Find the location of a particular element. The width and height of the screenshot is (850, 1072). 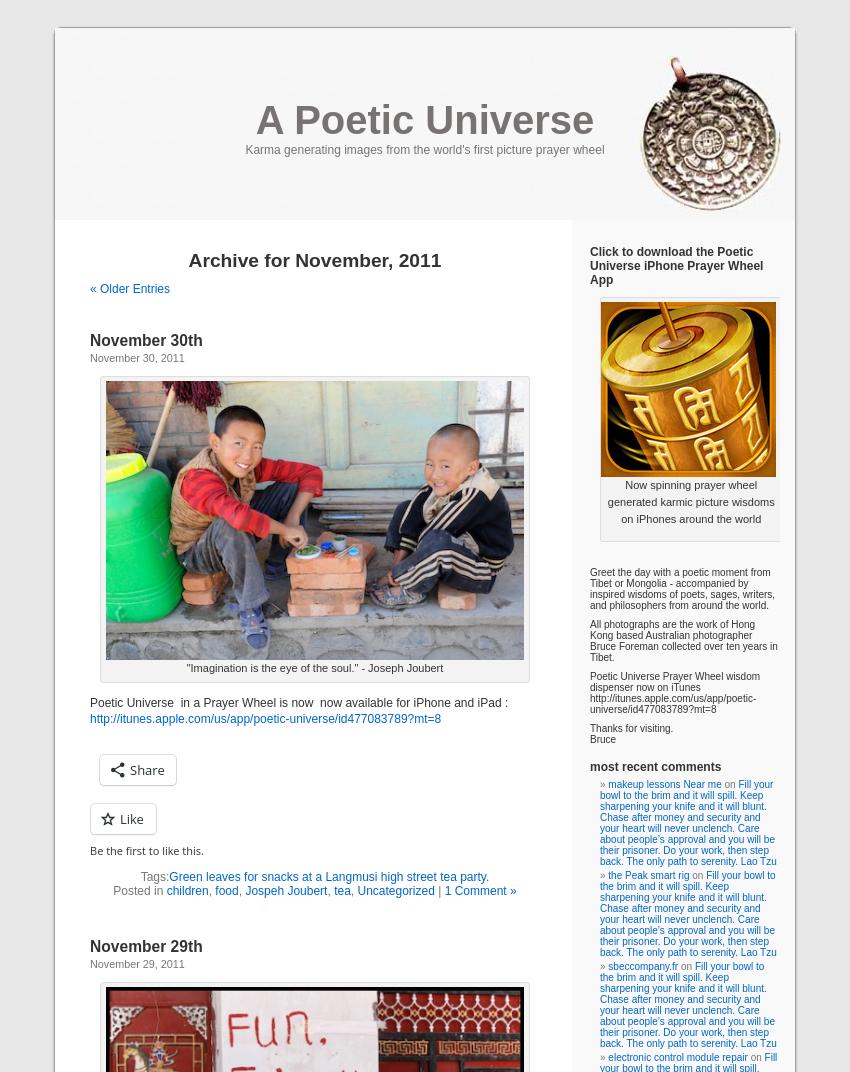

'November 30th' is located at coordinates (146, 340).